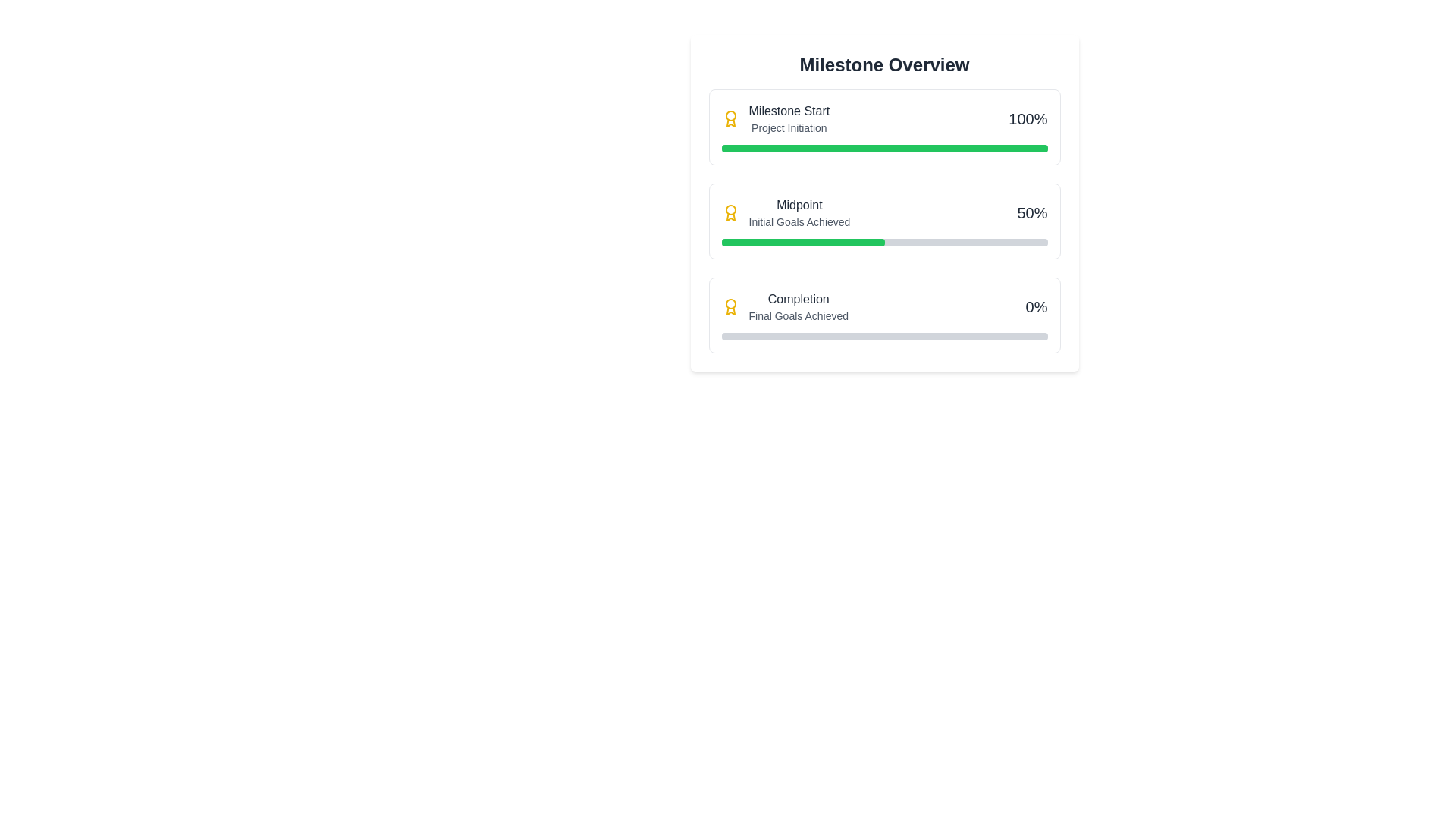 This screenshot has width=1456, height=819. Describe the element at coordinates (786, 213) in the screenshot. I see `the milestone marker labeled 'Midpoint' with the yellow award icon and the text 'Initial Goals Achieved'` at that location.